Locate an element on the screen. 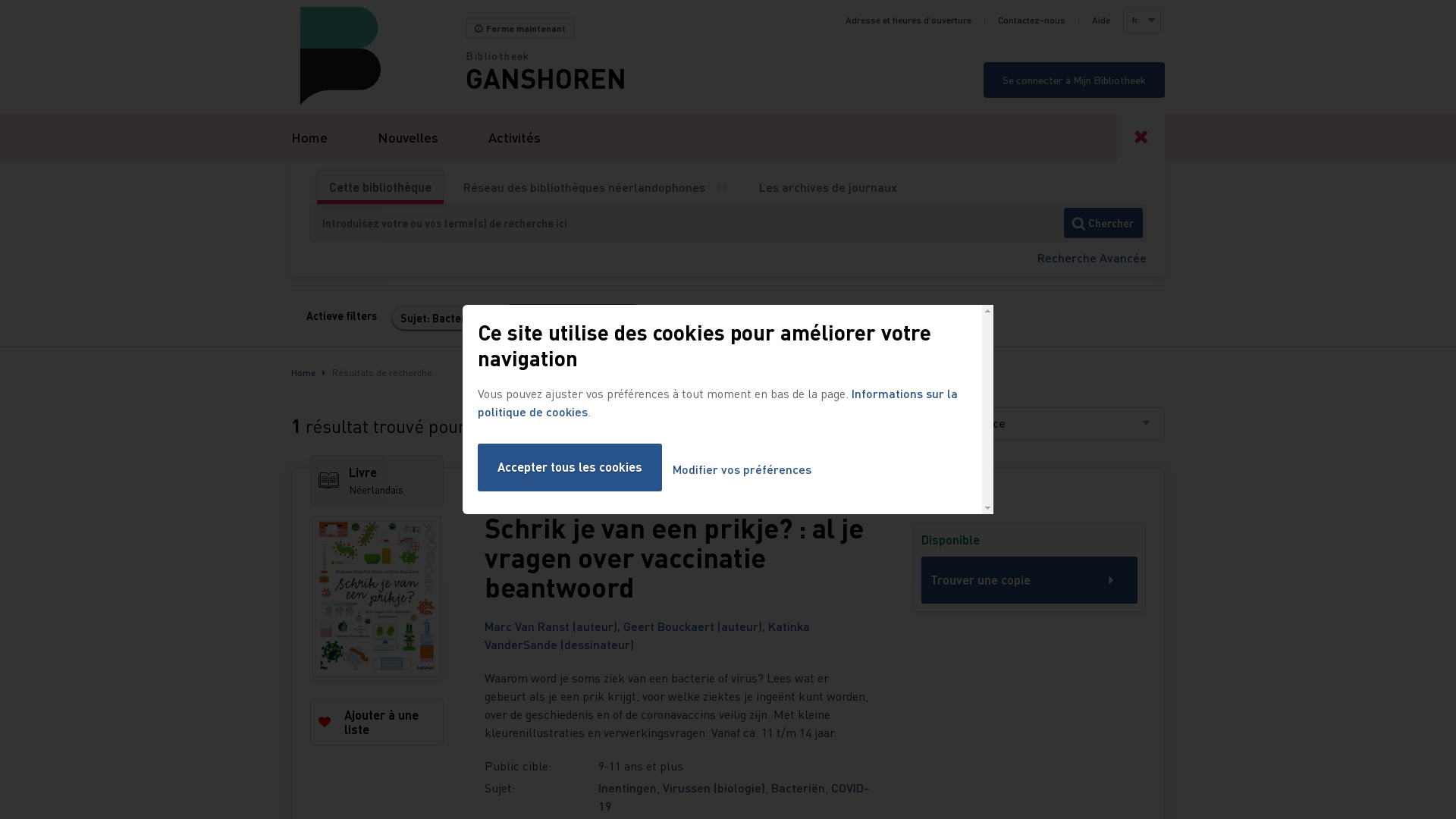 This screenshot has height=819, width=1456. 'Accepter tous les cookies' is located at coordinates (476, 466).